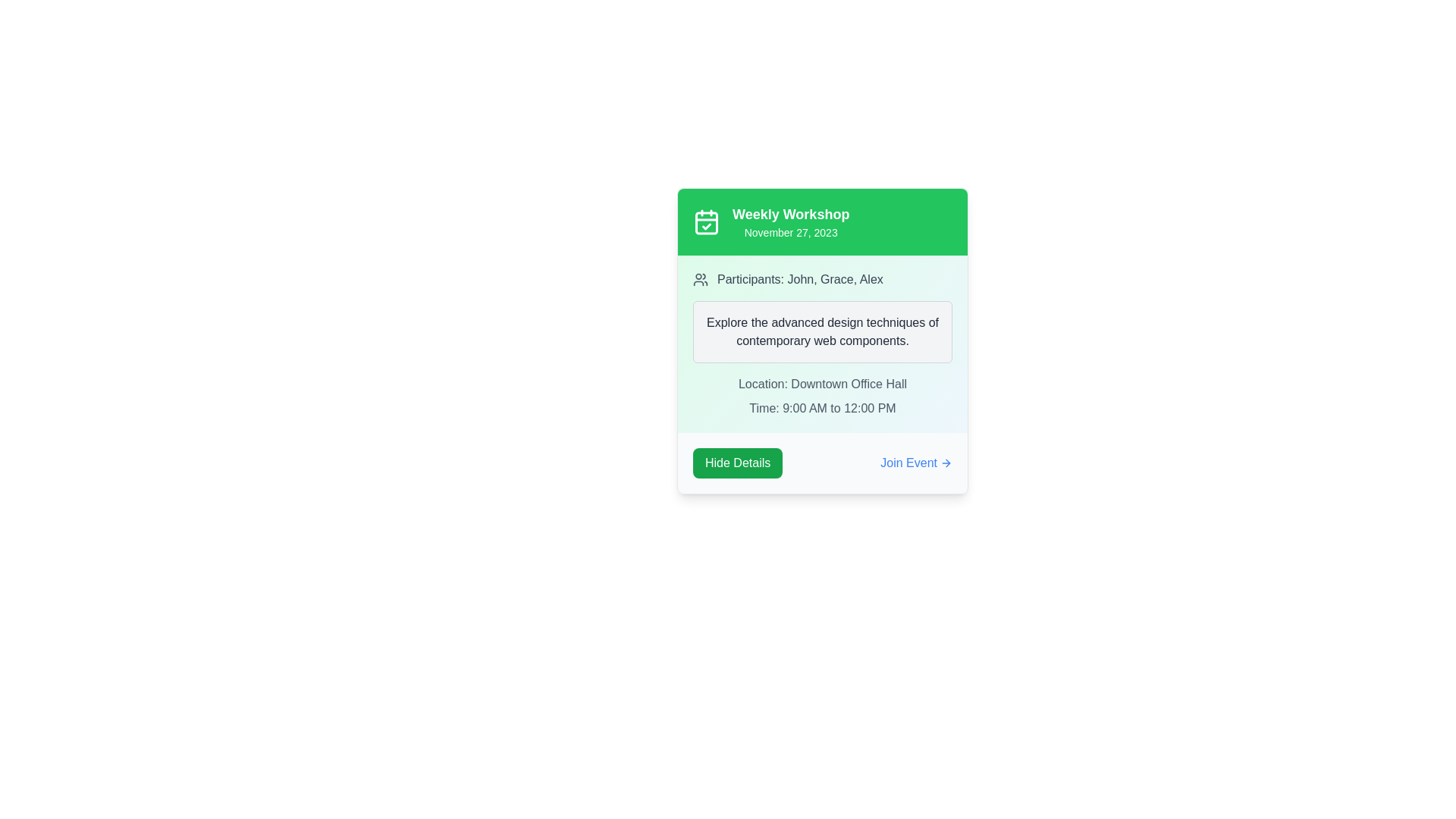 This screenshot has height=819, width=1456. What do you see at coordinates (915, 462) in the screenshot?
I see `the event join button located at the bottom right corner of the interface, adjacent to the green 'Hide Details' button` at bounding box center [915, 462].